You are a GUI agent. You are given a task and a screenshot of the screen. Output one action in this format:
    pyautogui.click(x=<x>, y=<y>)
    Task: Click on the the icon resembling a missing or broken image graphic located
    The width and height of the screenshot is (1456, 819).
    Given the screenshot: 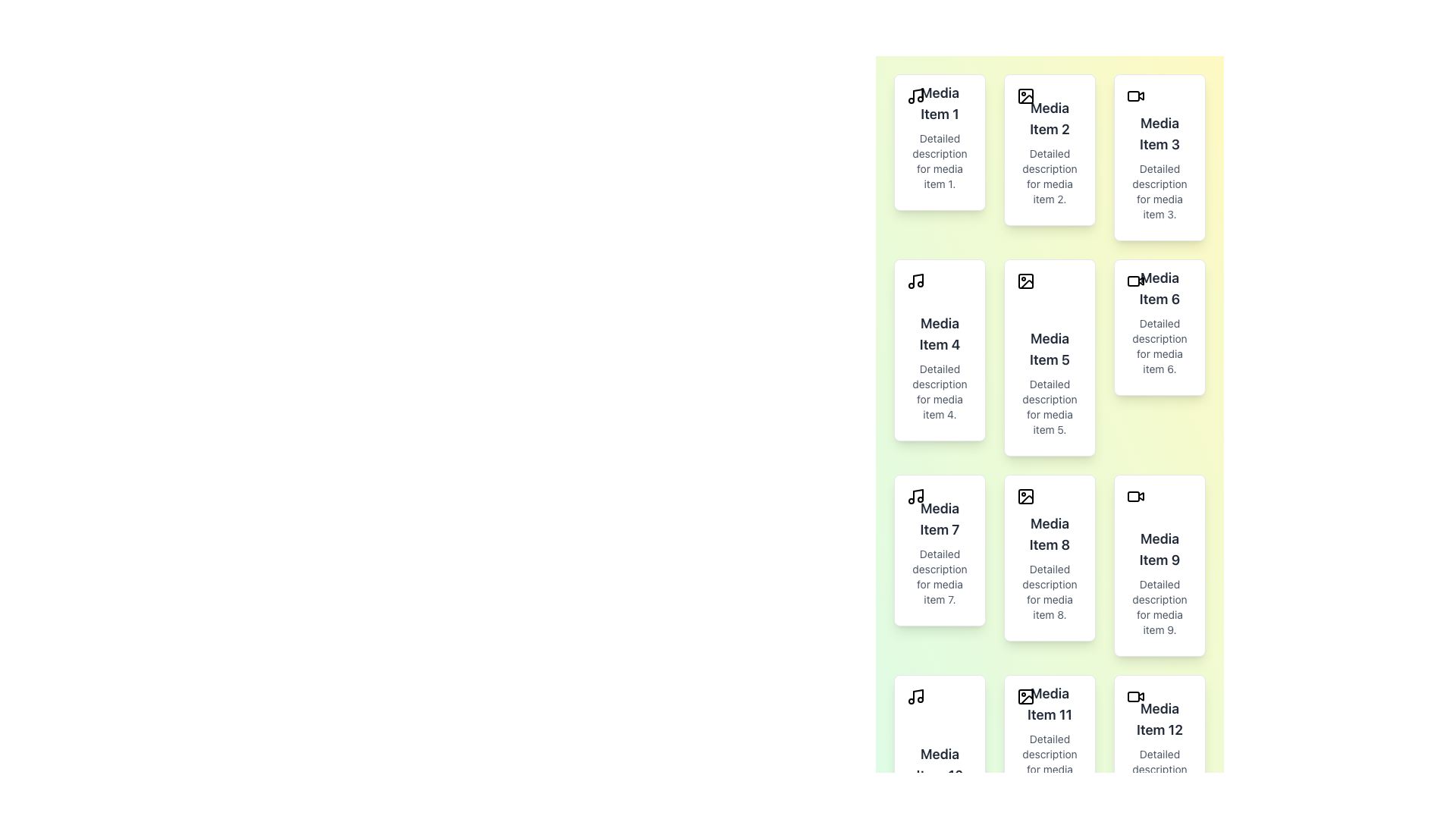 What is the action you would take?
    pyautogui.click(x=1026, y=497)
    